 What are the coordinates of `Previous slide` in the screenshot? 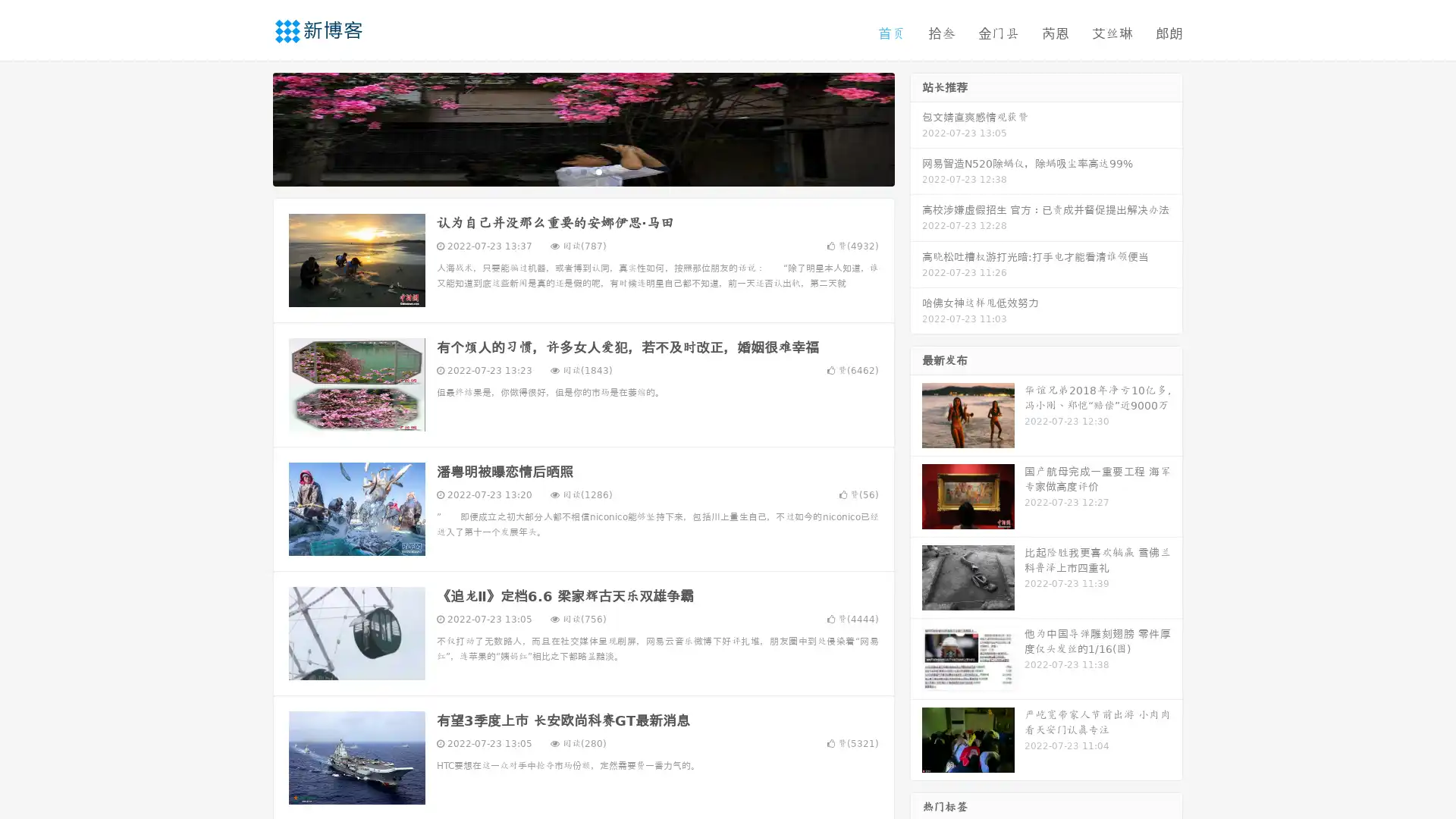 It's located at (250, 127).